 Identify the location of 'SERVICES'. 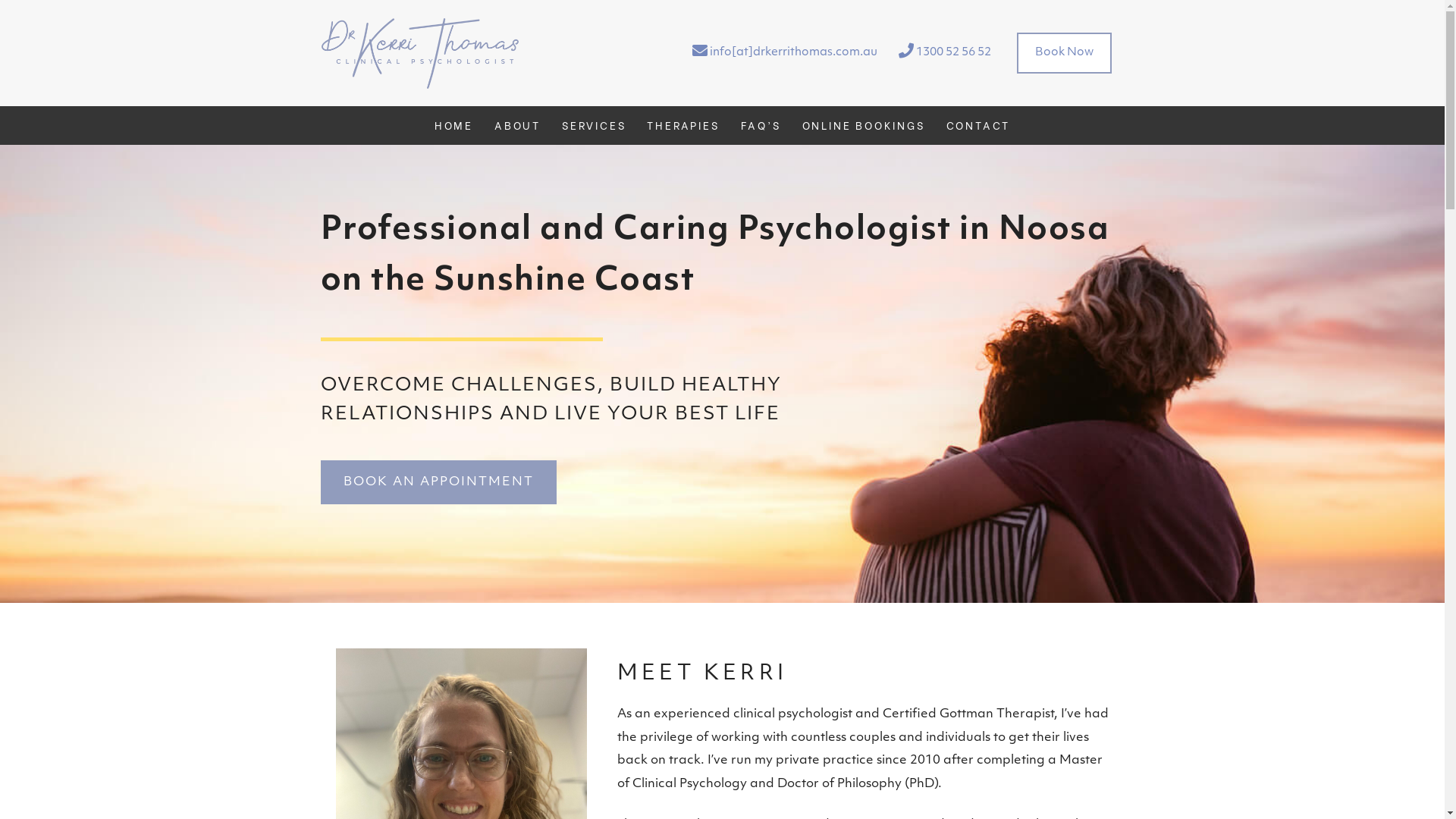
(552, 124).